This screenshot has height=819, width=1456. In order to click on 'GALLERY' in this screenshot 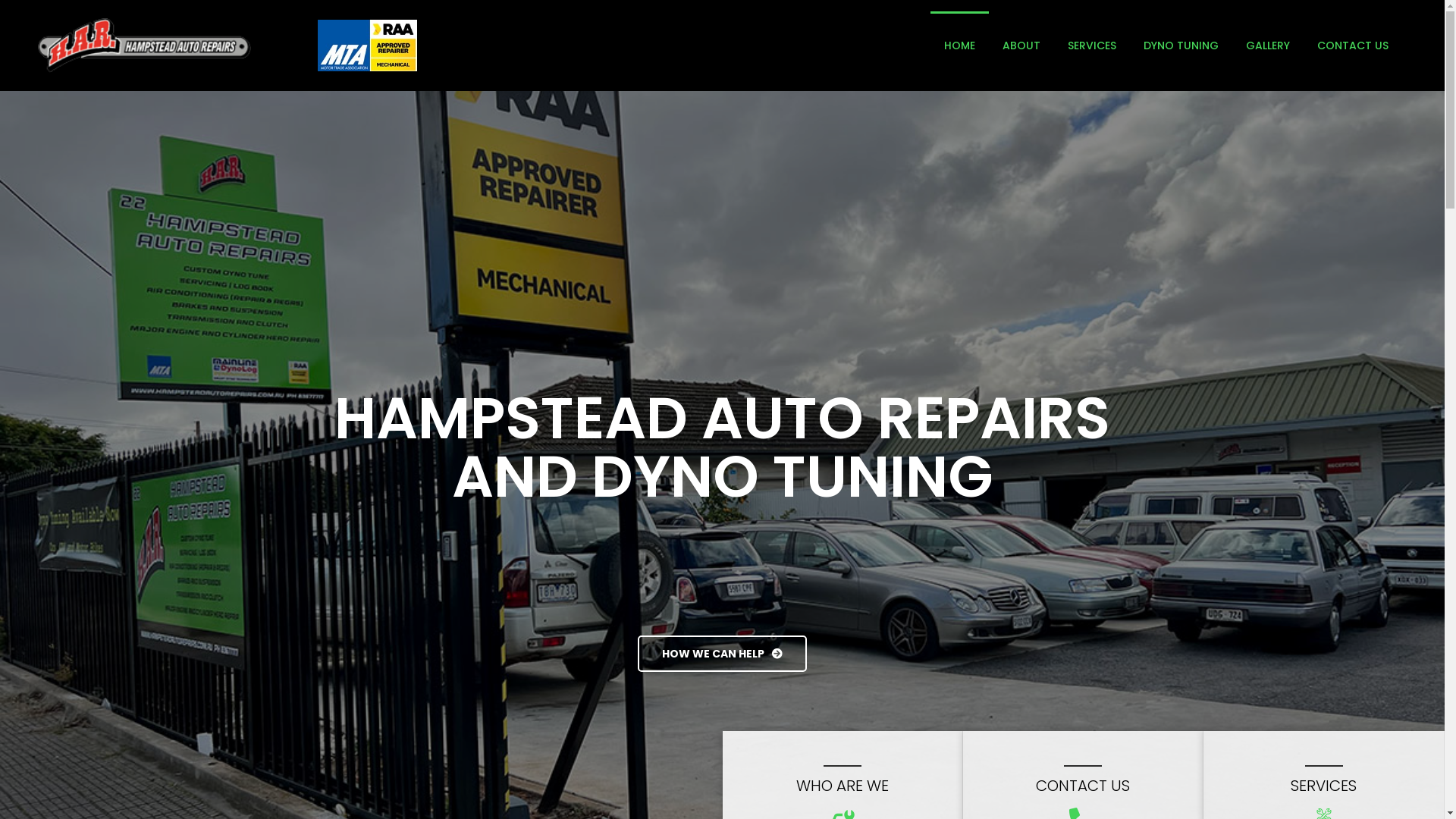, I will do `click(1267, 45)`.